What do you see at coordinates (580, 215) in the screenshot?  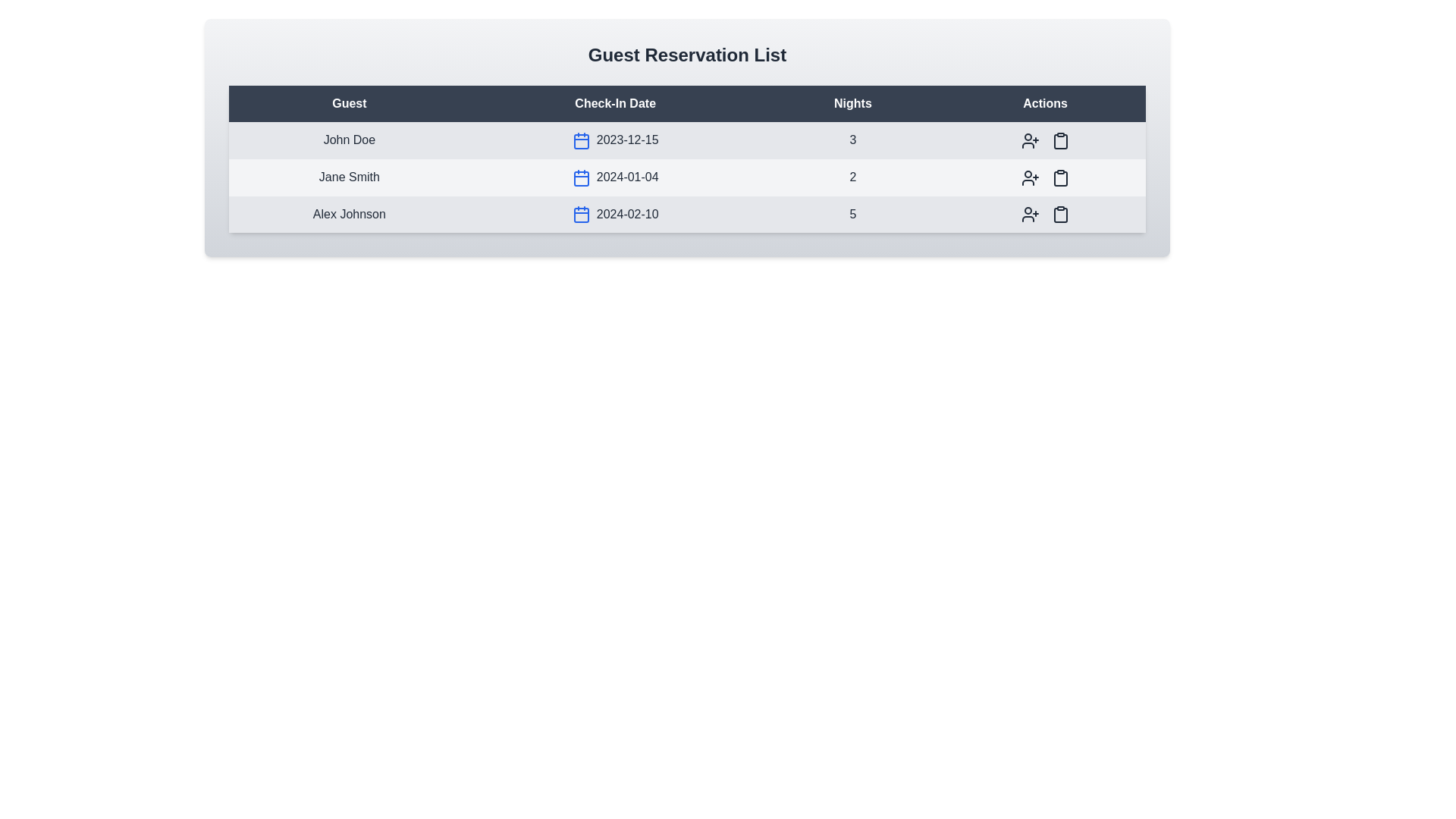 I see `the calendar icon located to the far-left of the cell containing the date '2024-02-10' in the last row of the 'Check-In Date' column in the 'Guest Reservation List' table` at bounding box center [580, 215].